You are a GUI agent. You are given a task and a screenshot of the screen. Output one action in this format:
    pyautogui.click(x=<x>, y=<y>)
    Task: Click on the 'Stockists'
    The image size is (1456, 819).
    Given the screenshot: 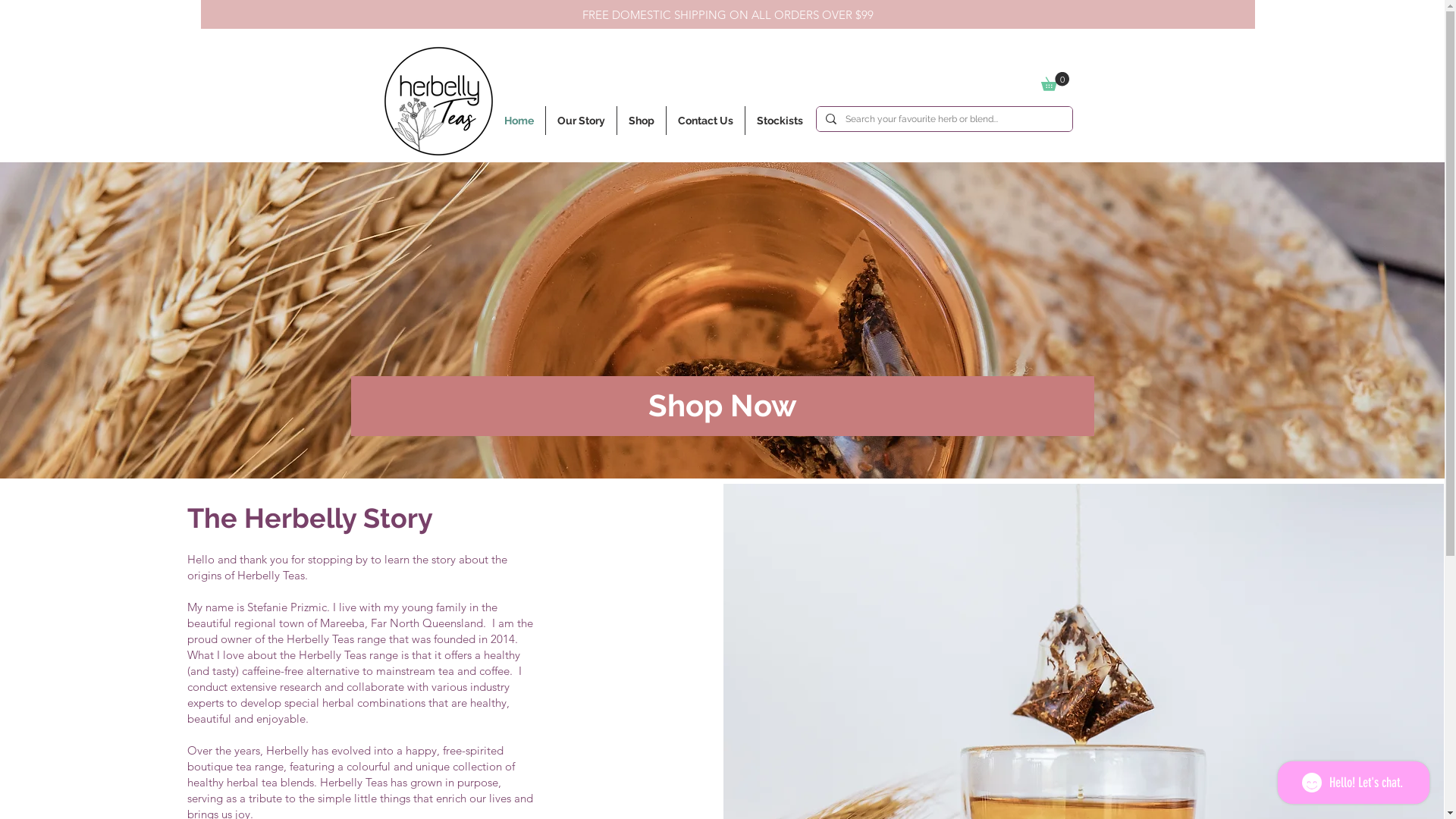 What is the action you would take?
    pyautogui.click(x=779, y=119)
    